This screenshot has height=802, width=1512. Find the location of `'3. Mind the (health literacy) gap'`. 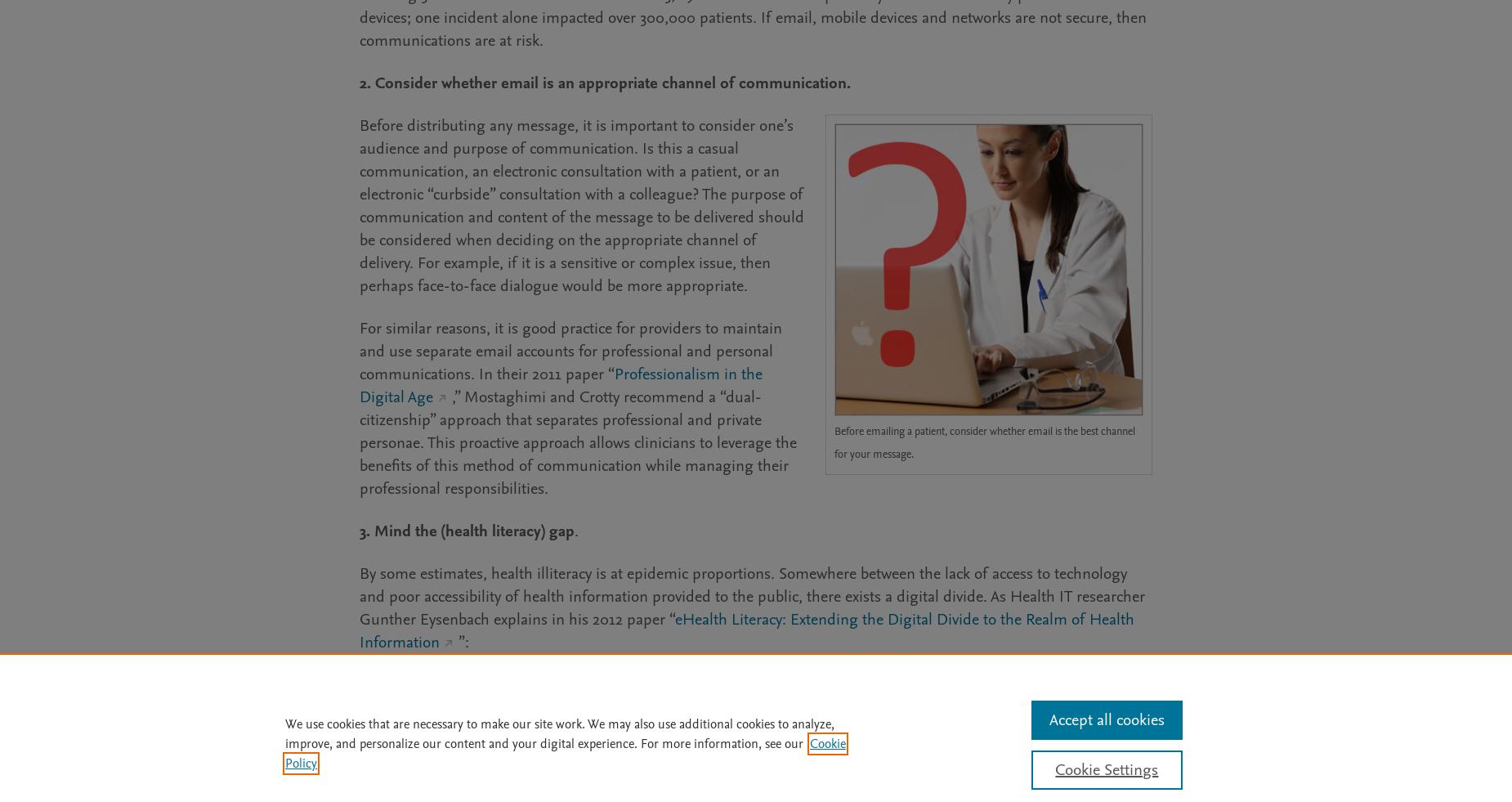

'3. Mind the (health literacy) gap' is located at coordinates (467, 531).